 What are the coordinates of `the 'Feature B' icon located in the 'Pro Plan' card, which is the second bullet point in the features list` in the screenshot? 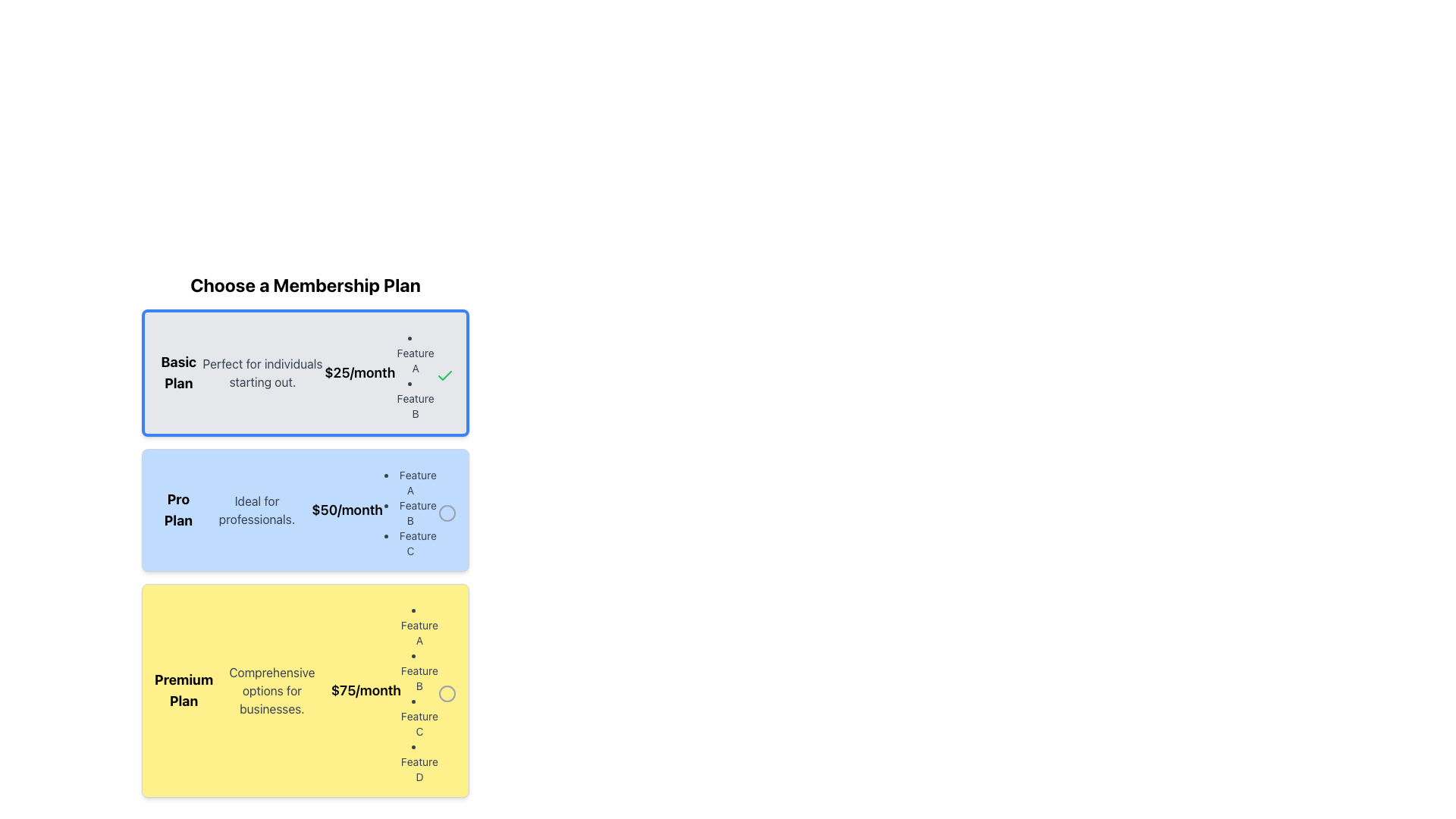 It's located at (447, 513).